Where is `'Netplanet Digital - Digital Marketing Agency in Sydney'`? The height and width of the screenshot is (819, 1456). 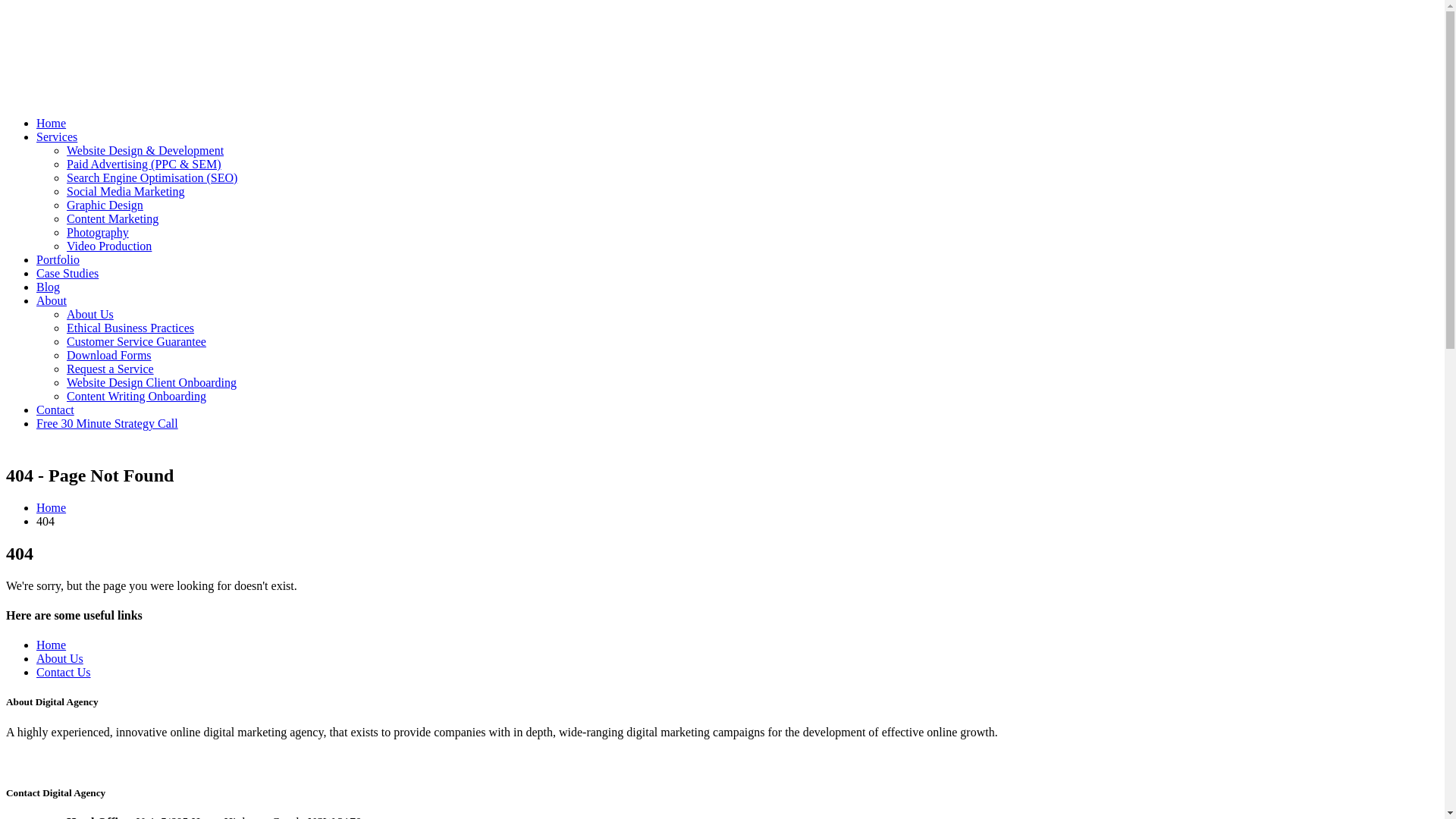
'Netplanet Digital - Digital Marketing Agency in Sydney' is located at coordinates (51, 82).